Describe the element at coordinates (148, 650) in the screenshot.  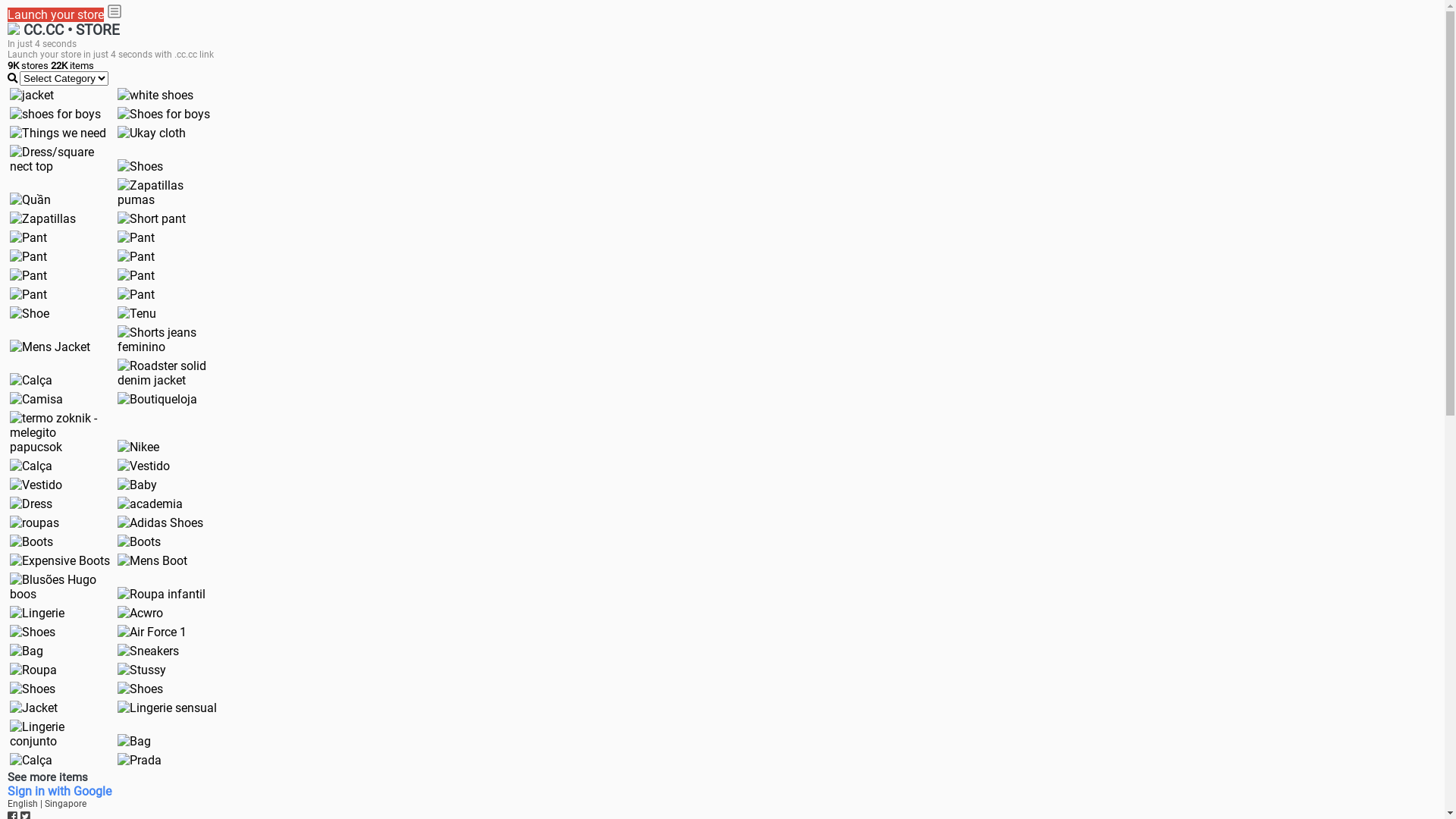
I see `'Sneakers'` at that location.